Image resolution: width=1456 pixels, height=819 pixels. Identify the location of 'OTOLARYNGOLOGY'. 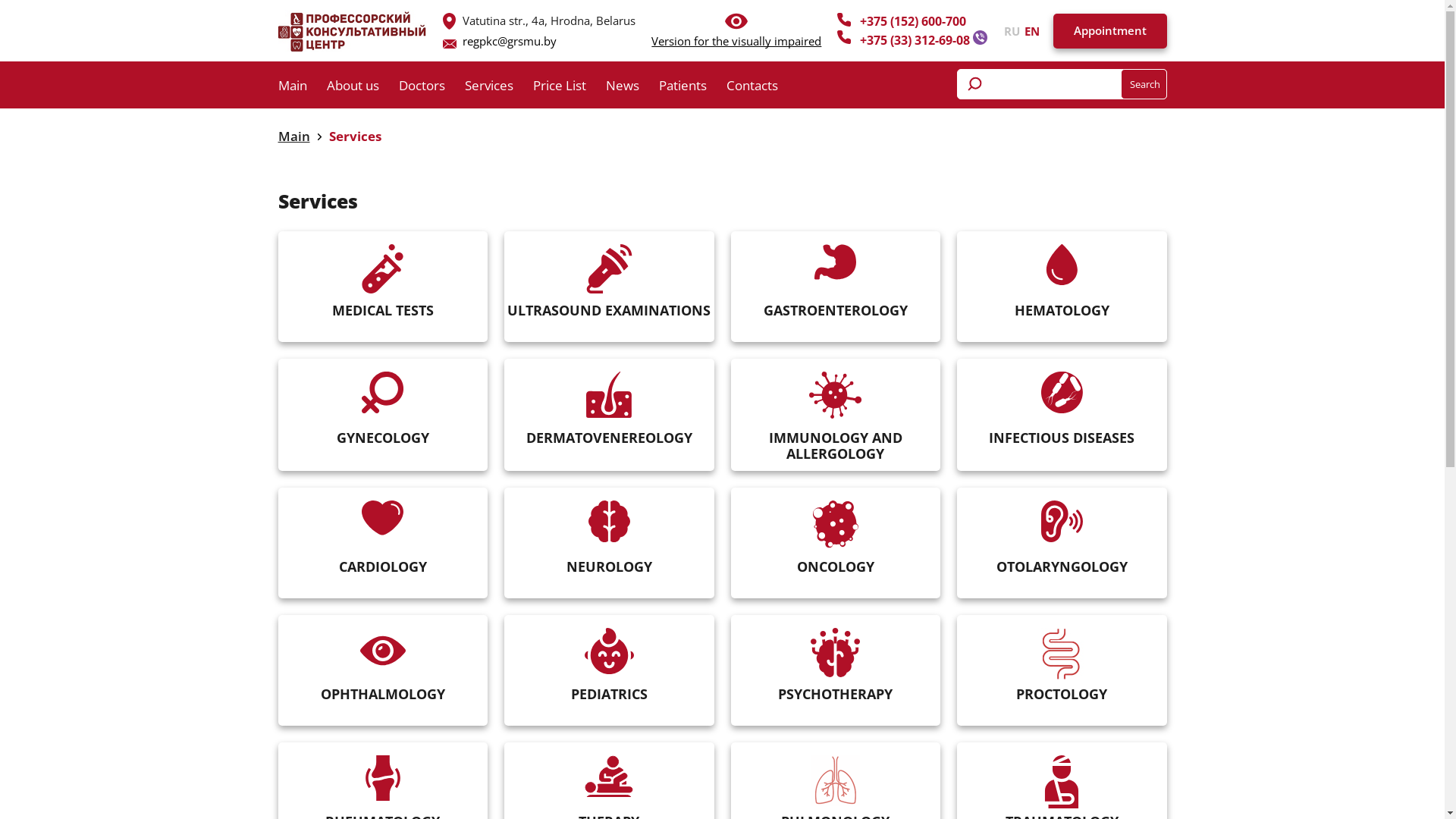
(1061, 543).